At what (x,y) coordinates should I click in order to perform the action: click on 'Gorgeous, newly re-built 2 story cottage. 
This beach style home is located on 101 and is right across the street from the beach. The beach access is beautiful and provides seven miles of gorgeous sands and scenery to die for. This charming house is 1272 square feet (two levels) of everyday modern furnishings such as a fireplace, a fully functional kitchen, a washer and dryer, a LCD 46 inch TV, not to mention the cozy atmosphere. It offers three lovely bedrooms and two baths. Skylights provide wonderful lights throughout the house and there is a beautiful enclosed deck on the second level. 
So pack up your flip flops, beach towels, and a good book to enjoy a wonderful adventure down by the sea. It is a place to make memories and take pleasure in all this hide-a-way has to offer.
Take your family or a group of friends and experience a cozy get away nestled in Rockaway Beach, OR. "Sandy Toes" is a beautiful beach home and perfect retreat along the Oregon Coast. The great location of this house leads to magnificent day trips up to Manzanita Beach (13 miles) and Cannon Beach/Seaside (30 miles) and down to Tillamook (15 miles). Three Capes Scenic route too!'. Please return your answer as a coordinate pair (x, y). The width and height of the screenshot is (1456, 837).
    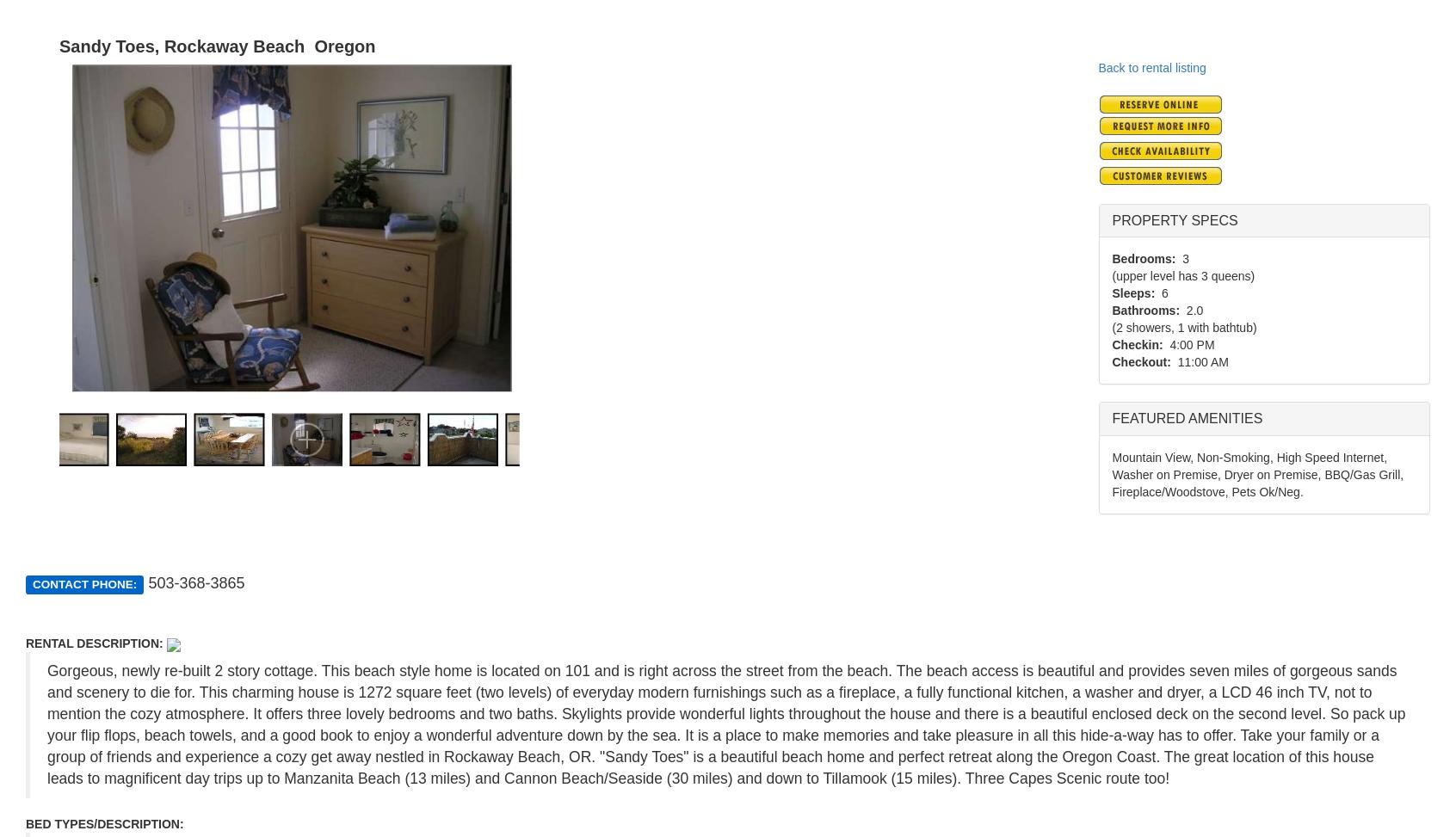
    Looking at the image, I should click on (725, 724).